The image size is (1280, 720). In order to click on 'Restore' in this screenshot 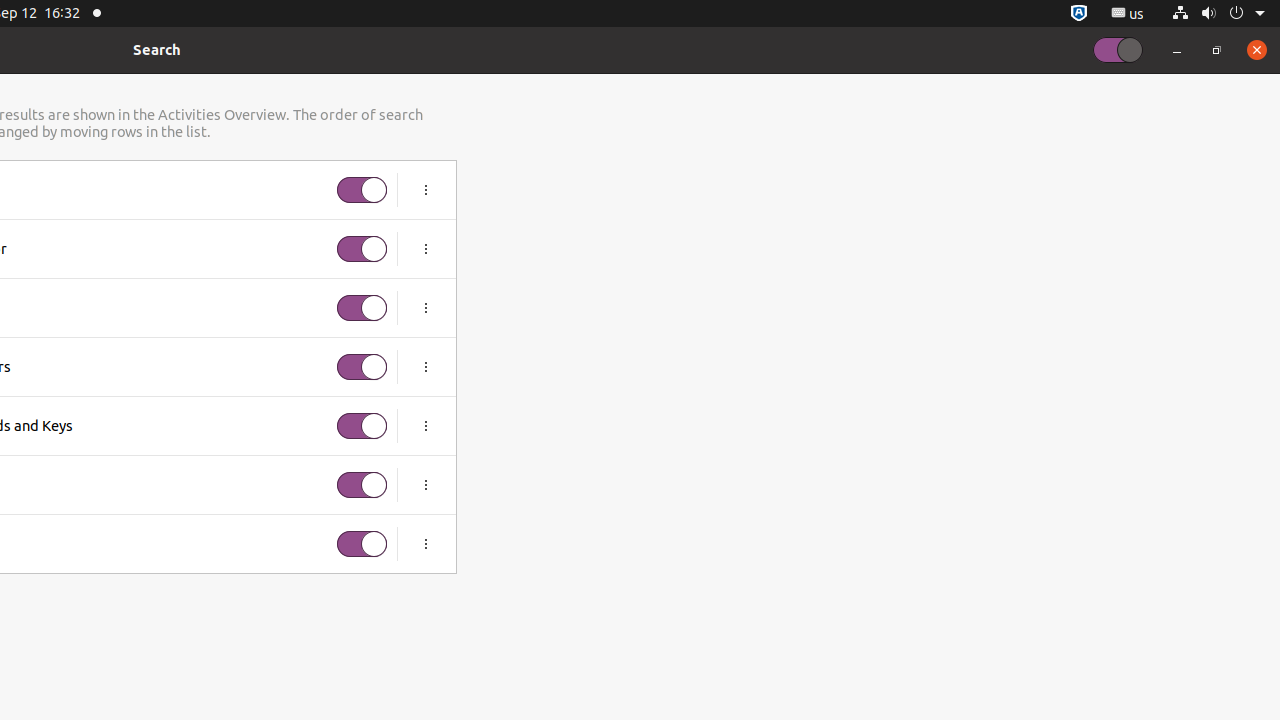, I will do `click(1216, 48)`.